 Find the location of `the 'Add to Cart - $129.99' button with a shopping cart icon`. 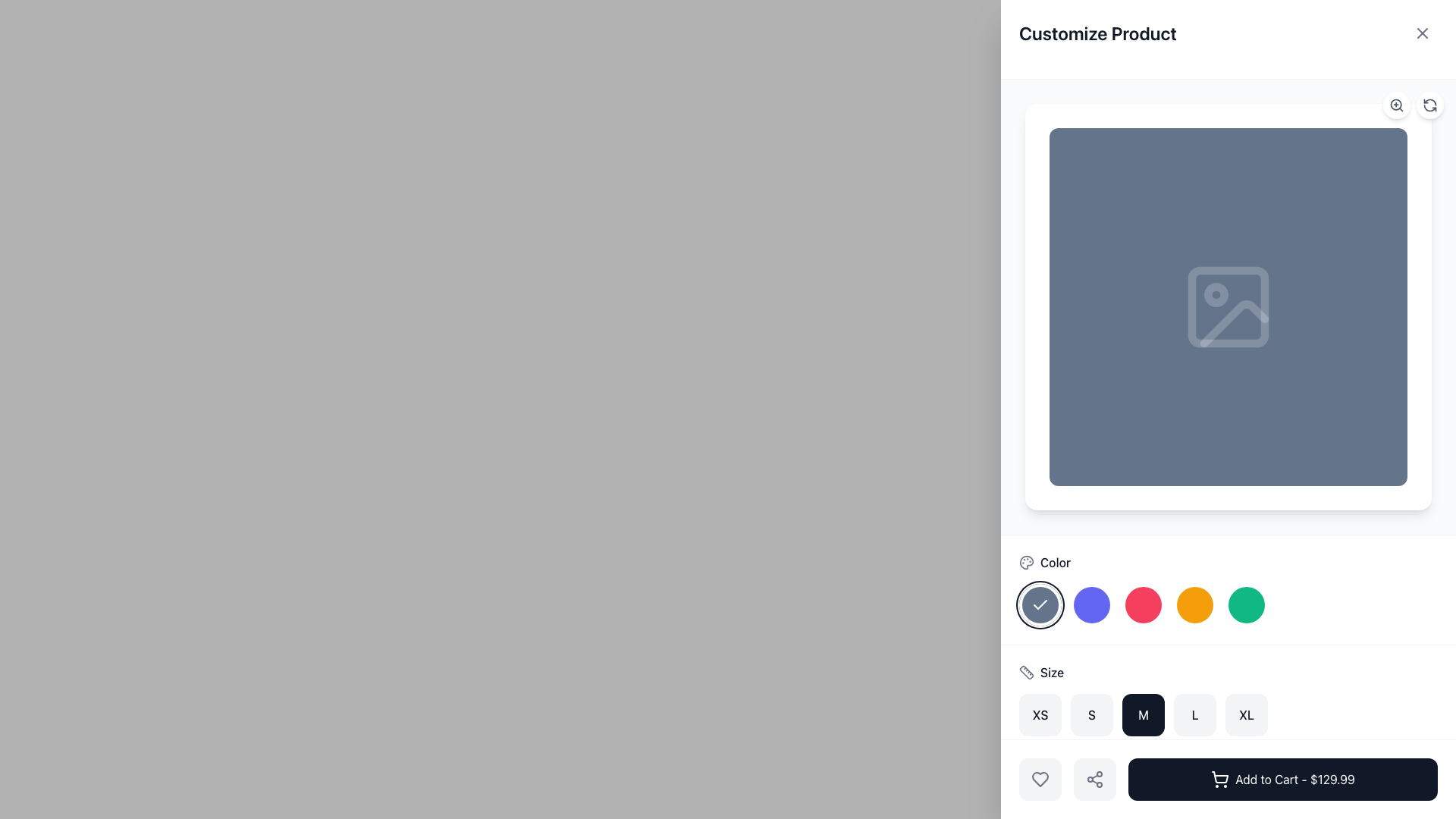

the 'Add to Cart - $129.99' button with a shopping cart icon is located at coordinates (1282, 780).